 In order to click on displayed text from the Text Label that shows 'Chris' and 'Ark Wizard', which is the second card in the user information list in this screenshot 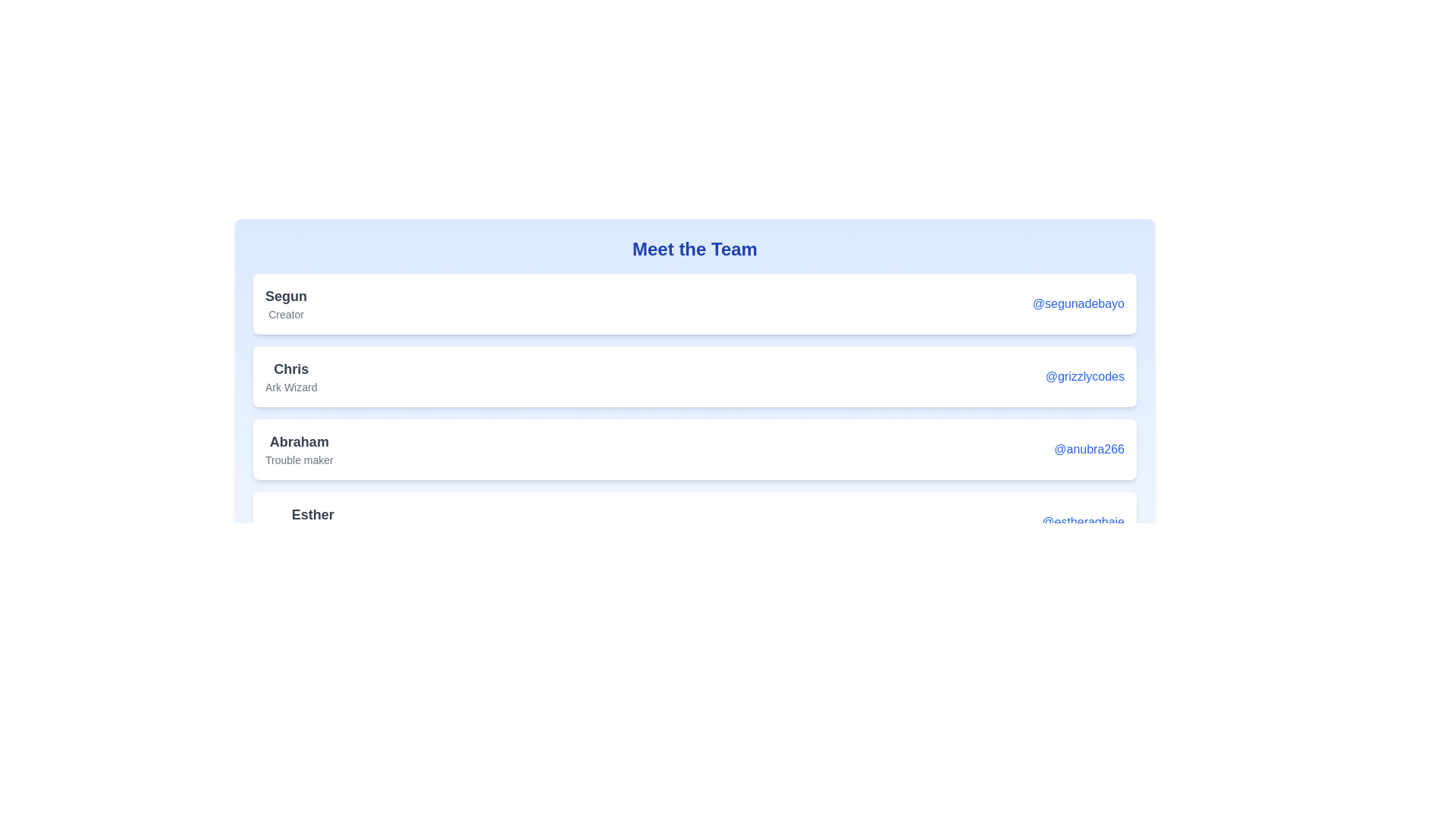, I will do `click(291, 376)`.